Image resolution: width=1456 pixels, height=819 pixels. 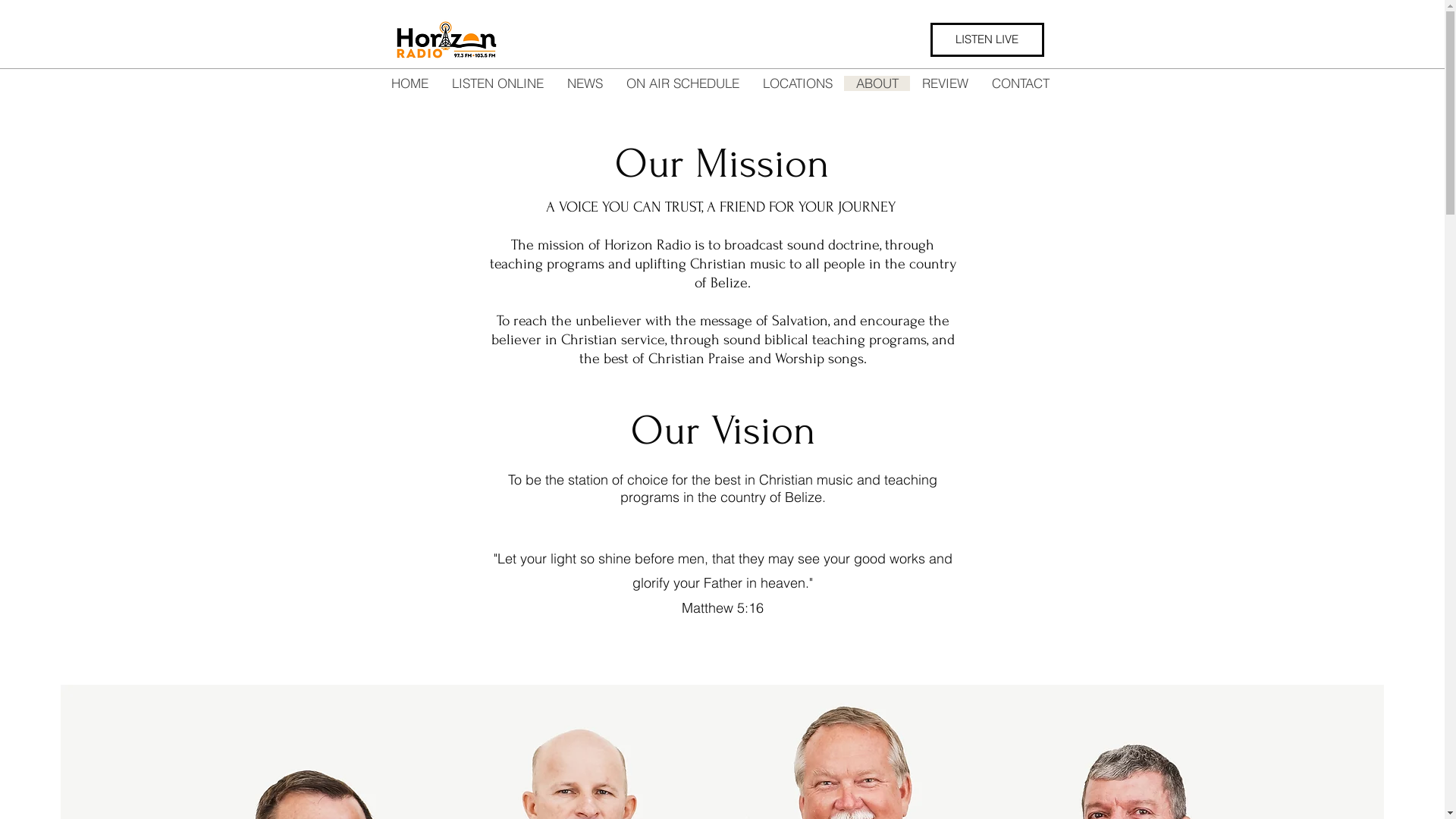 What do you see at coordinates (682, 83) in the screenshot?
I see `'ON AIR SCHEDULE'` at bounding box center [682, 83].